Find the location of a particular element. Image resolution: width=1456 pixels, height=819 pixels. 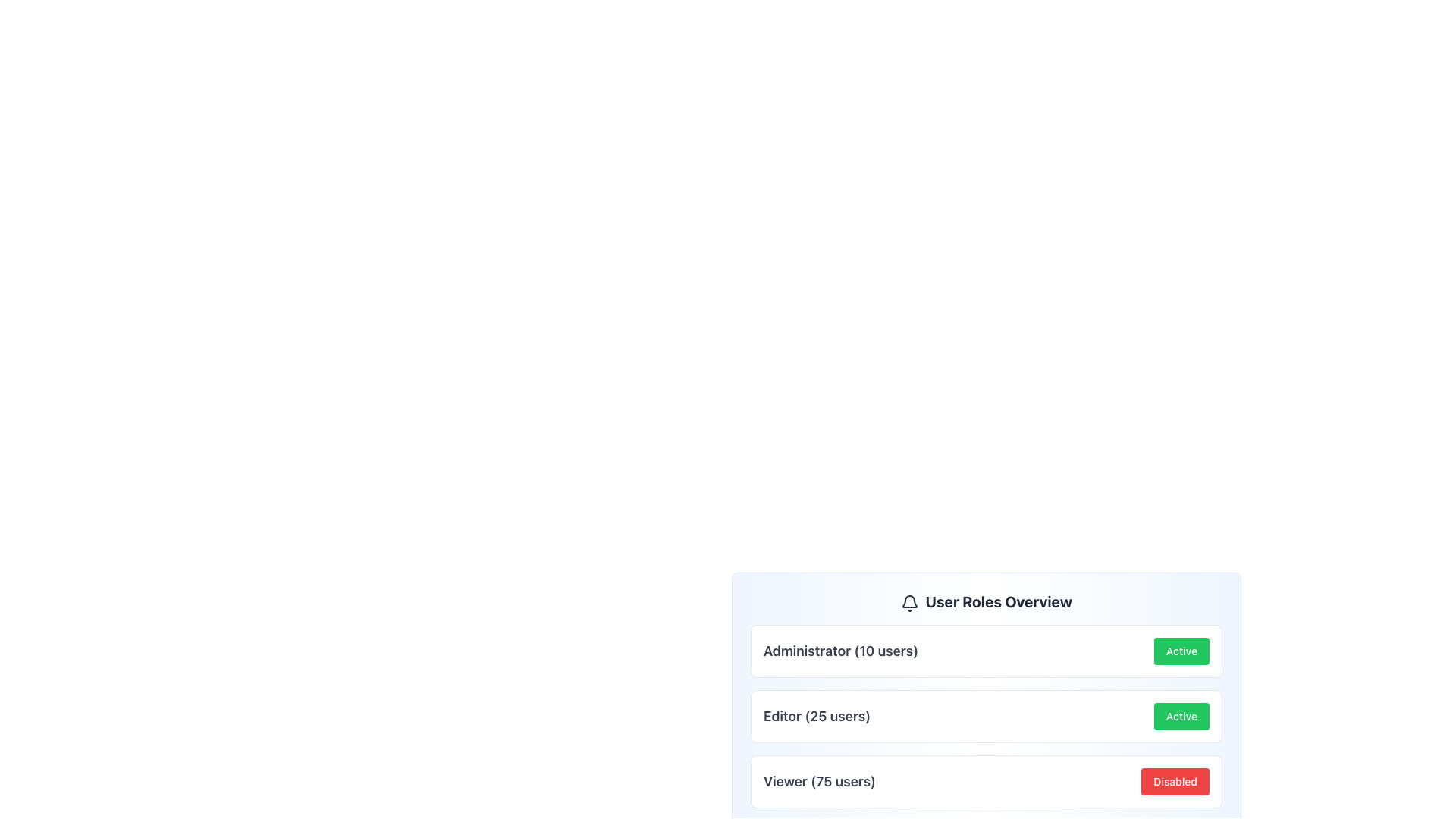

text label indicating the user role ('Viewer') and the number of users assigned to this role (75), which is located in the bottom row of the 'User Roles Overview' section, to the left of the 'Disabled' status label is located at coordinates (818, 781).